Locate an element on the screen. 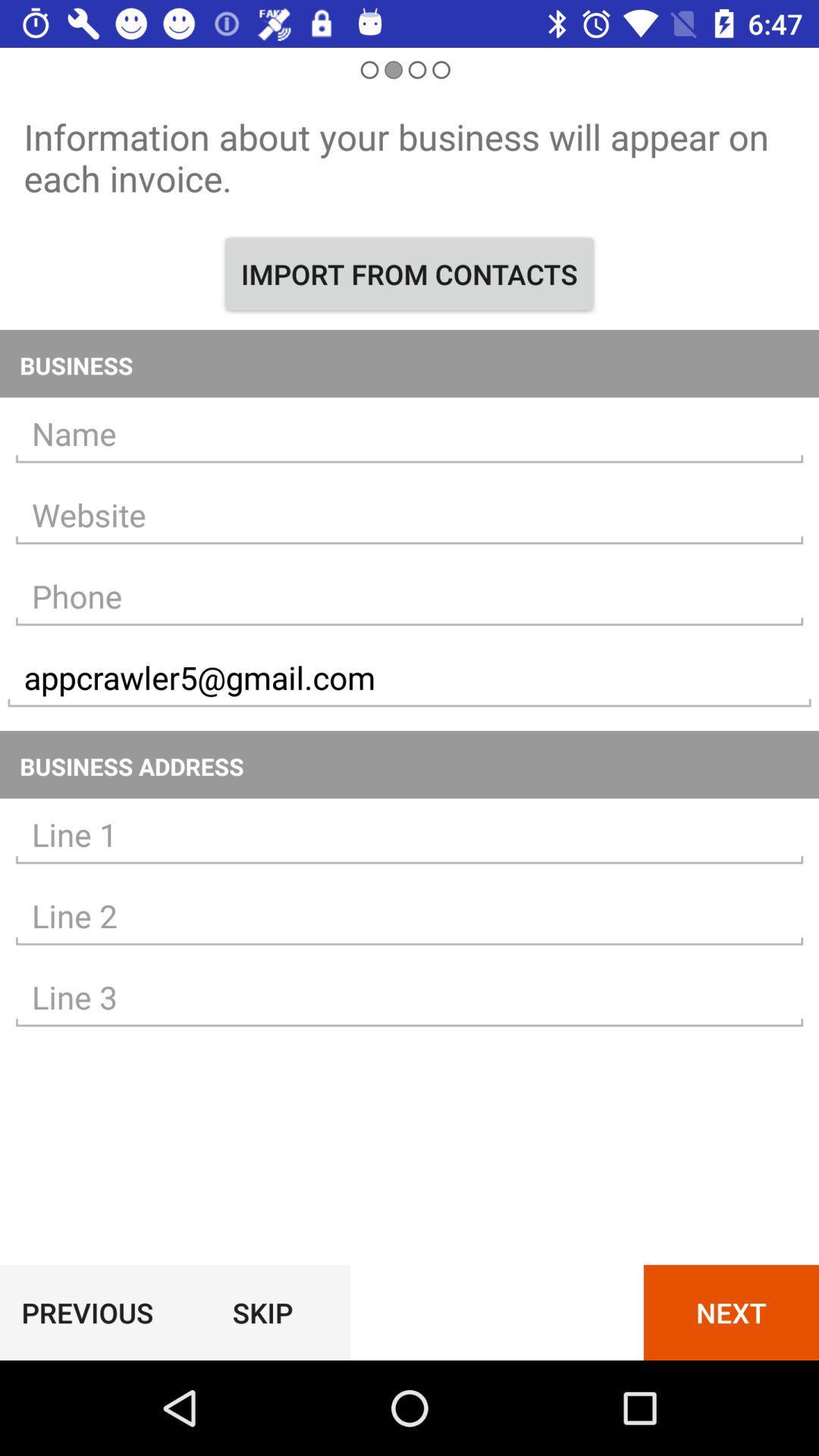  the icon to the left of the next is located at coordinates (262, 1312).